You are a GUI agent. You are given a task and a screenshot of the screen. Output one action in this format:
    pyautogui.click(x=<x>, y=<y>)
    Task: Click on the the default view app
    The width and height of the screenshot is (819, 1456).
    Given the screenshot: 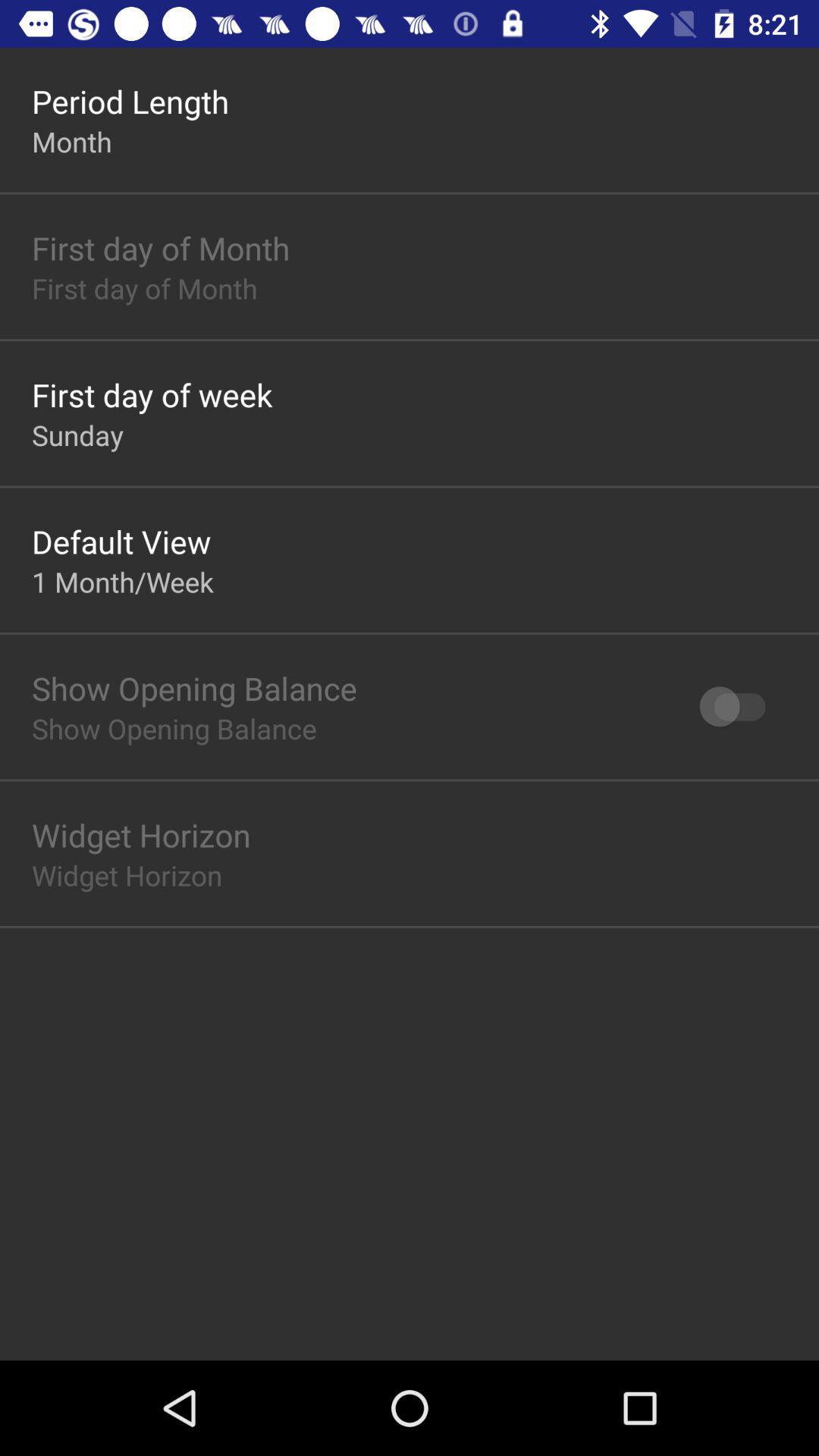 What is the action you would take?
    pyautogui.click(x=121, y=541)
    